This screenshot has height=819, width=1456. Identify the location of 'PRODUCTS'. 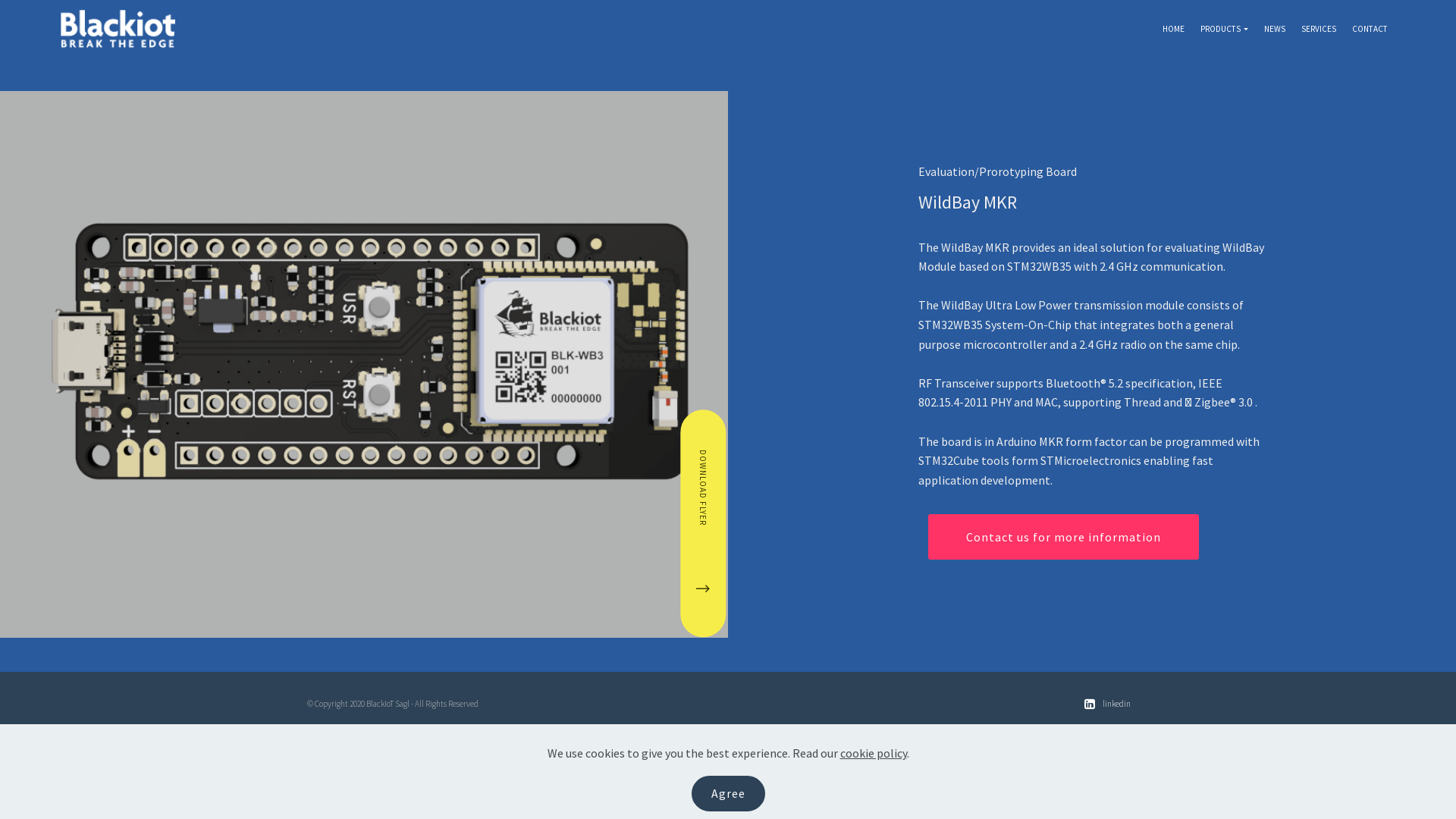
(1224, 29).